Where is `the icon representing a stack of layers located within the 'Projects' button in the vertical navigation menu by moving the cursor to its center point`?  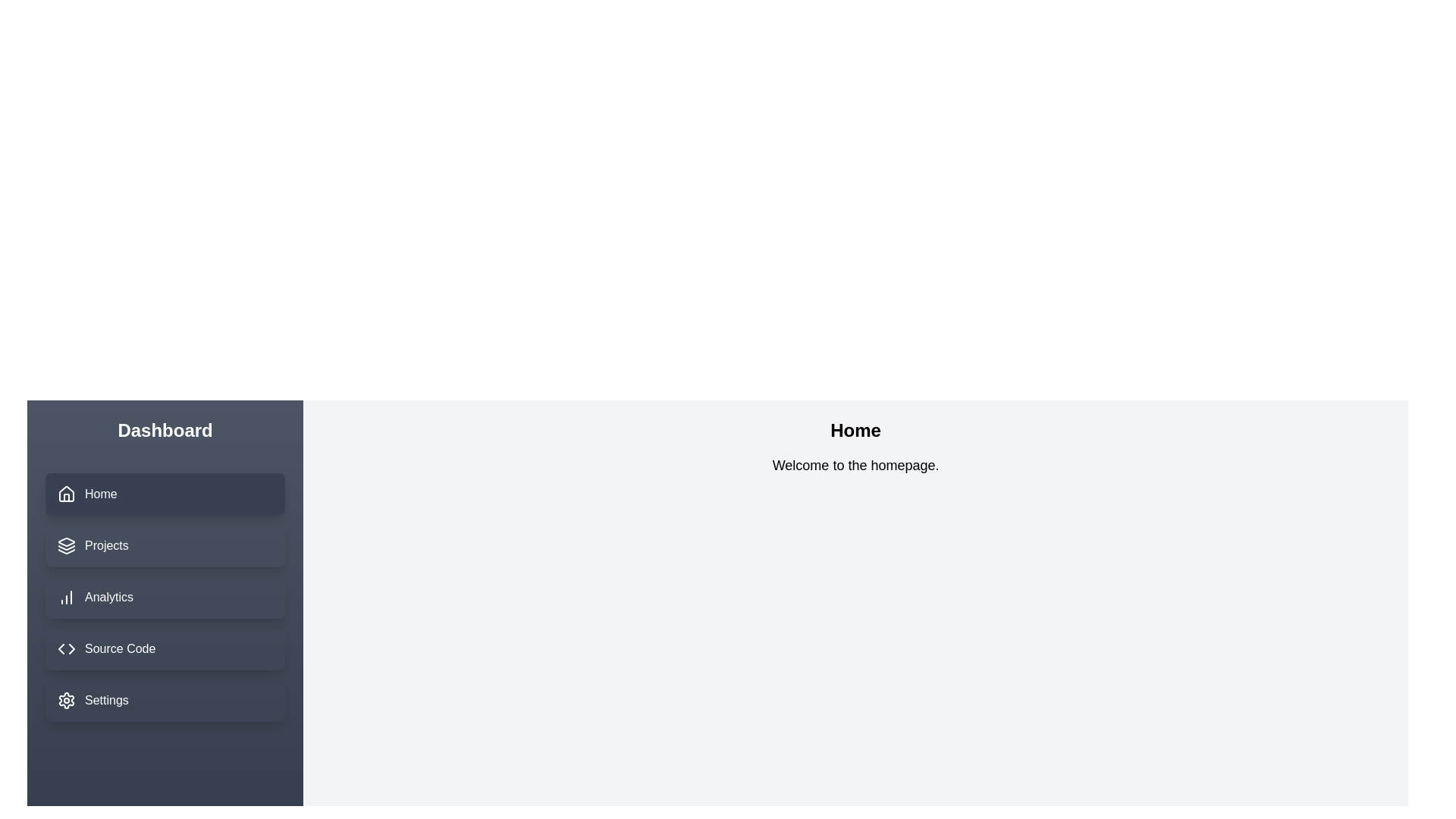
the icon representing a stack of layers located within the 'Projects' button in the vertical navigation menu by moving the cursor to its center point is located at coordinates (65, 546).